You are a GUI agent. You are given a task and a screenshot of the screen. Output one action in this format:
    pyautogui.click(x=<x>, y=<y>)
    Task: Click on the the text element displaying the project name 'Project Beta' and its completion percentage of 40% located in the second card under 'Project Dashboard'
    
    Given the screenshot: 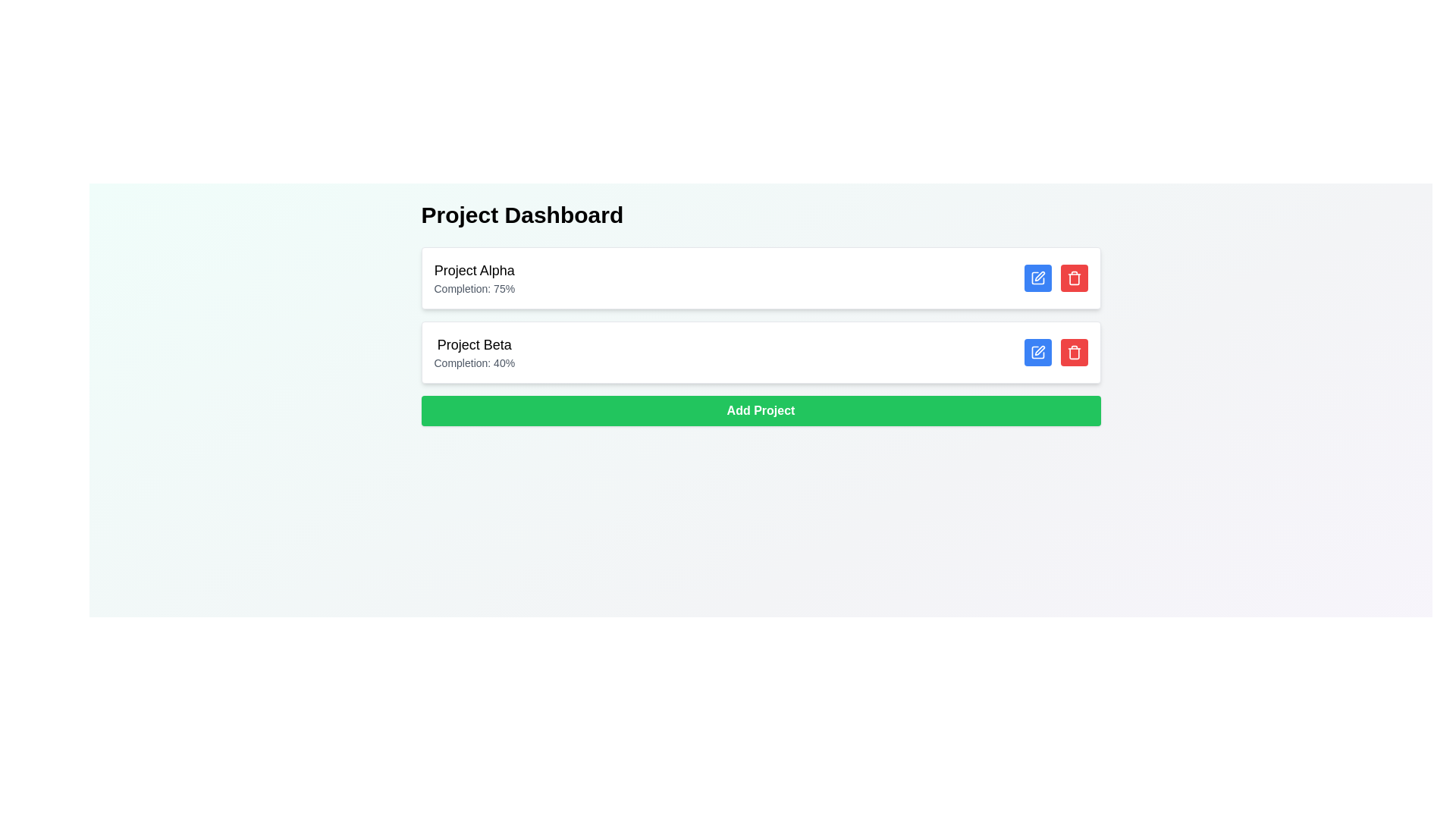 What is the action you would take?
    pyautogui.click(x=473, y=353)
    